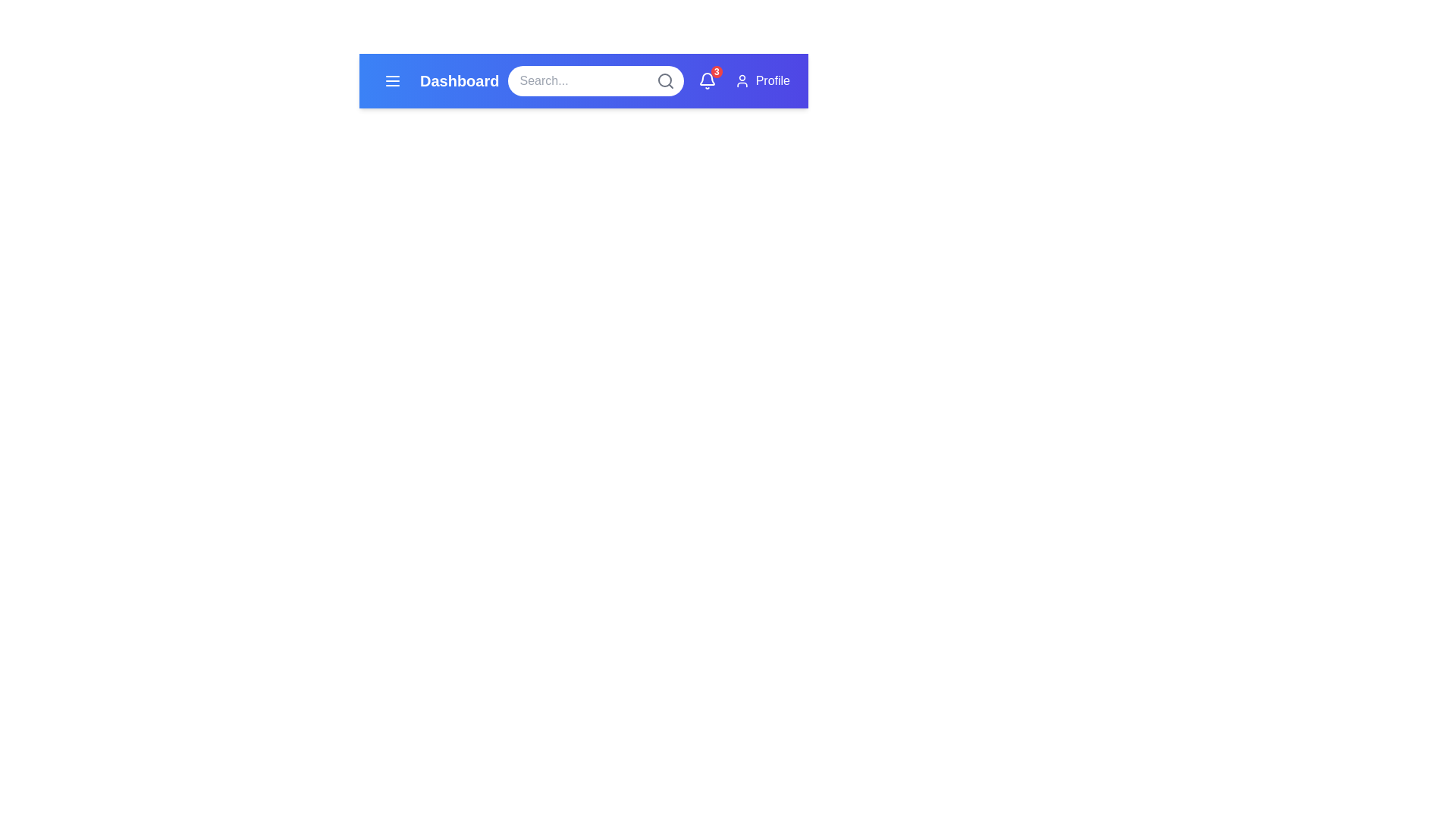  I want to click on the red circular badge with the text '3' inside it, which is visually associated with a notification bell icon located at the top-right corner of the bell icon, so click(716, 72).